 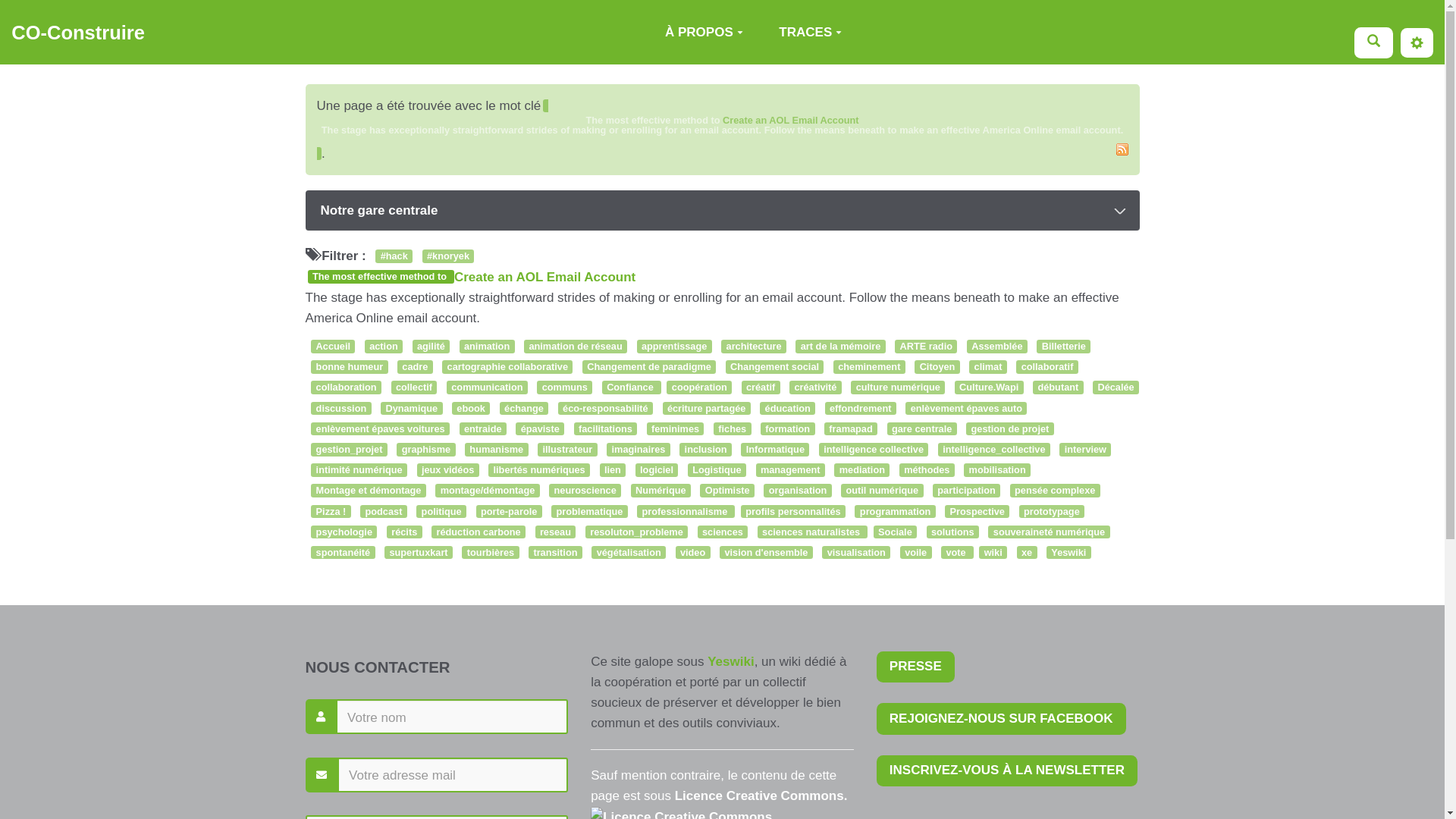 What do you see at coordinates (415, 366) in the screenshot?
I see `'cadre'` at bounding box center [415, 366].